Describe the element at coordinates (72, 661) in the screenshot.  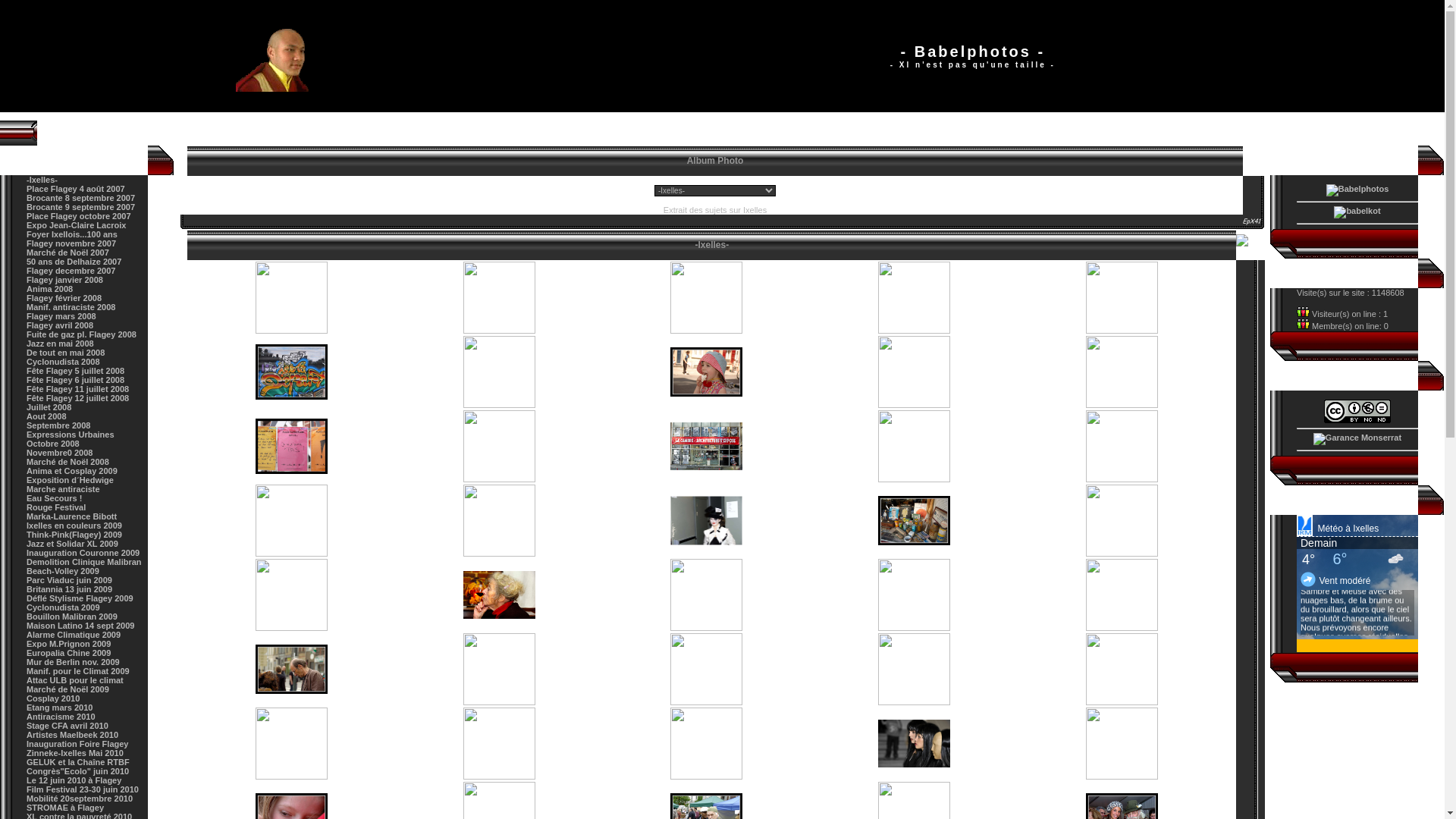
I see `'Mur de Berlin nov. 2009'` at that location.